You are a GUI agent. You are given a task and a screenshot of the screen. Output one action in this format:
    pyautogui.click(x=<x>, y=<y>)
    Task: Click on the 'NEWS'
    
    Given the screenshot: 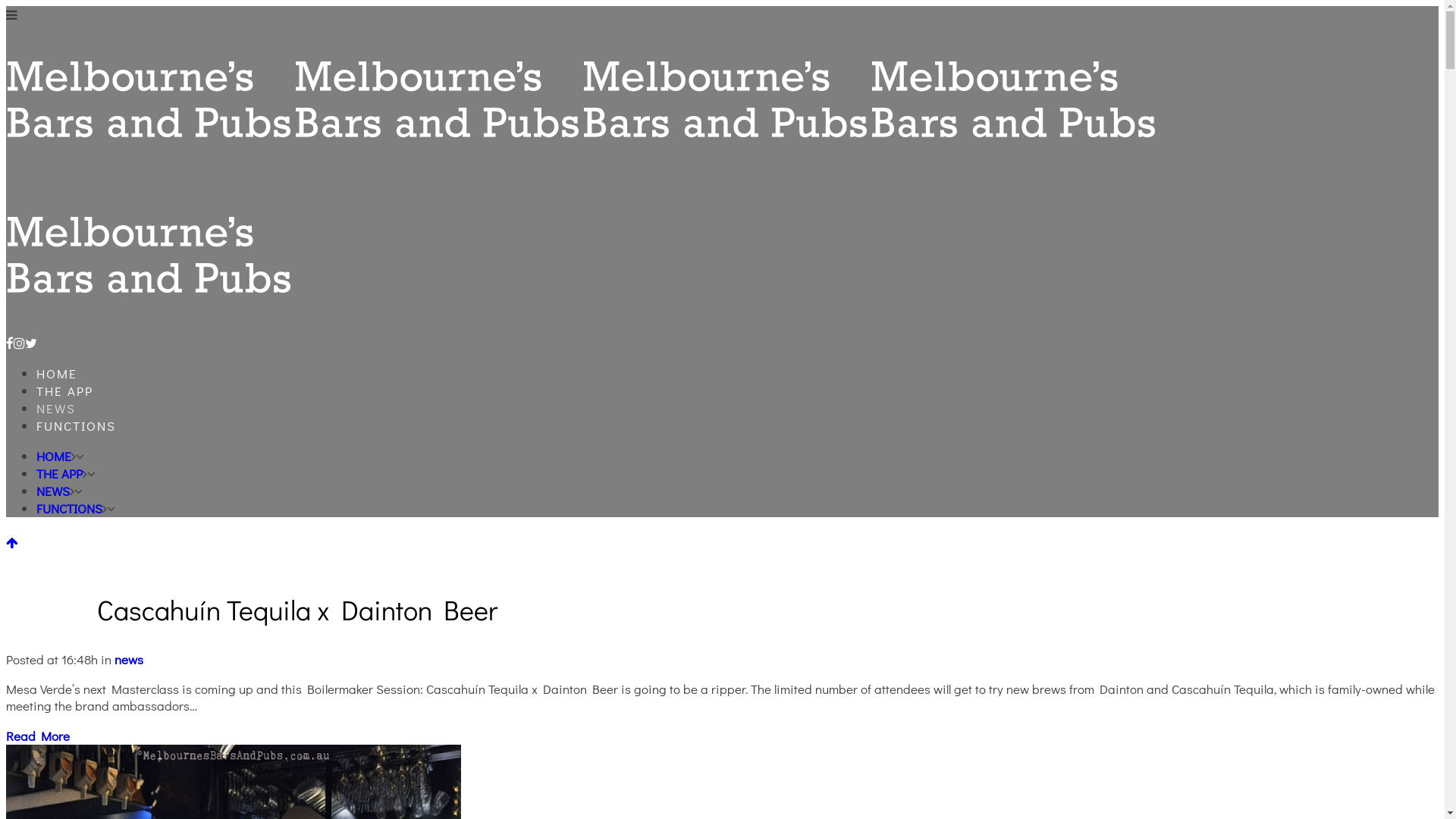 What is the action you would take?
    pyautogui.click(x=53, y=491)
    